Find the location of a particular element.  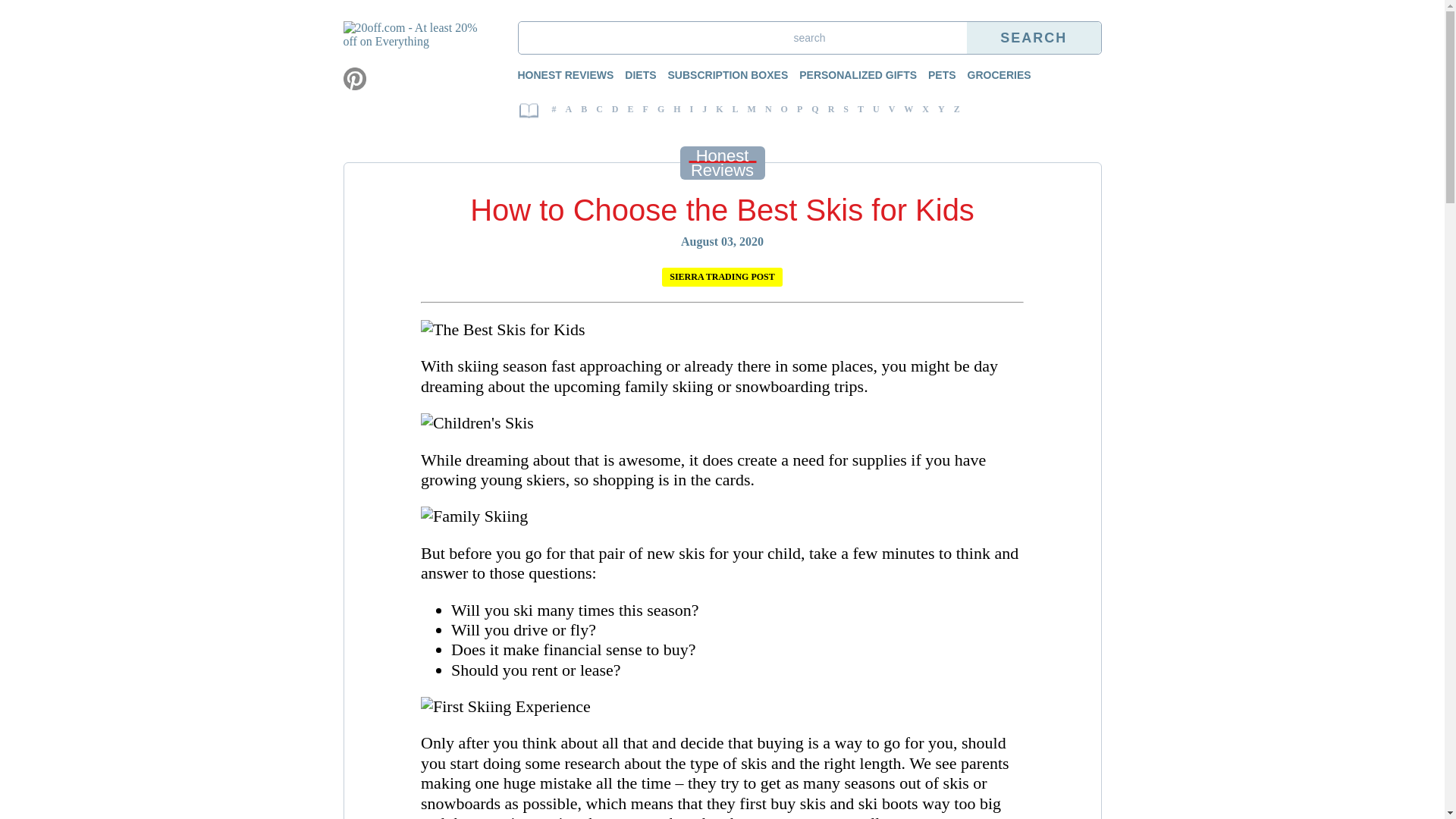

'P' is located at coordinates (799, 108).